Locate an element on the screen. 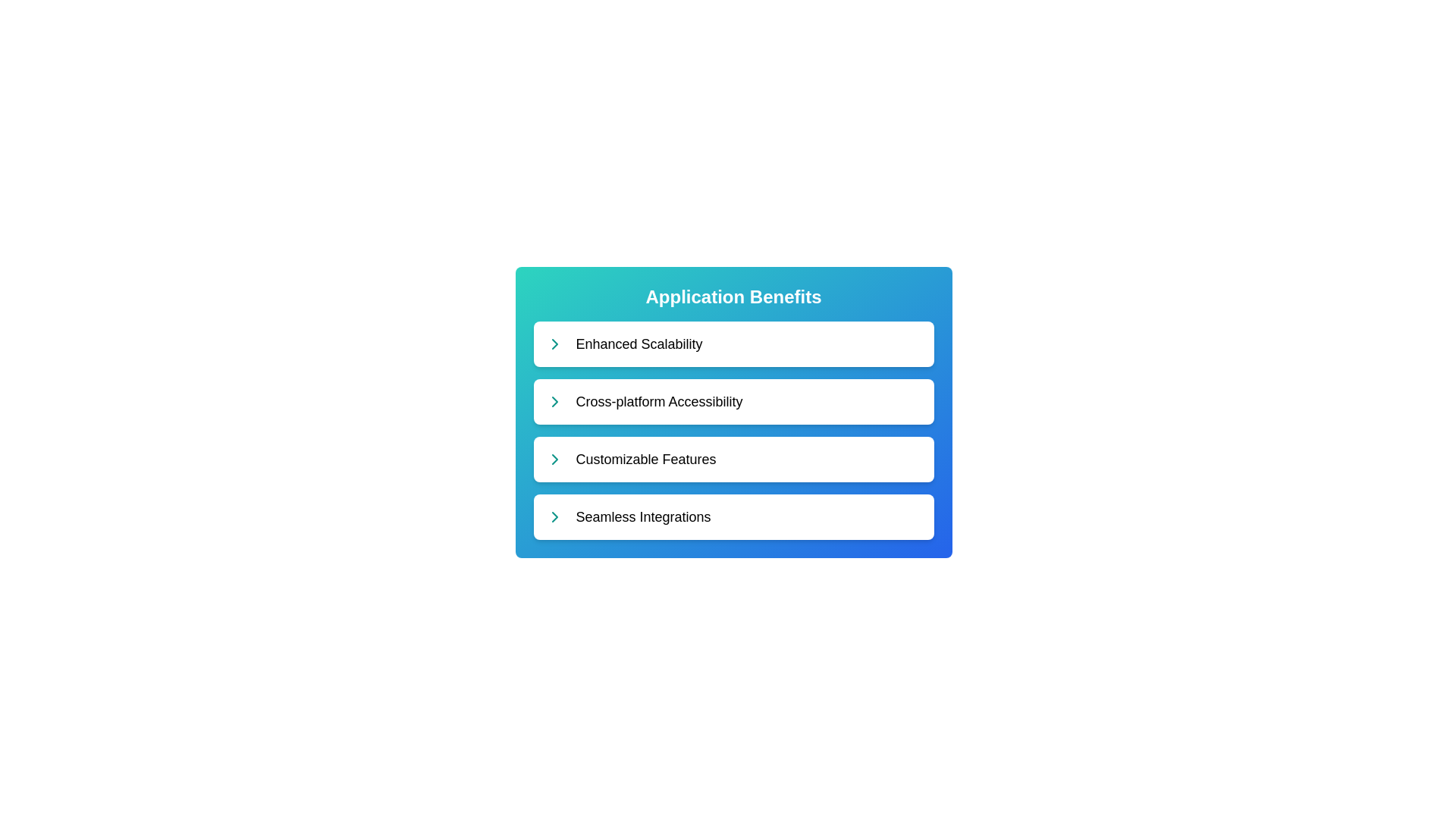  the right-facing chevron icon in the third row of the 'Customizable Features' options in the 'Application Benefits' section, which indicates navigation or interaction is located at coordinates (554, 458).